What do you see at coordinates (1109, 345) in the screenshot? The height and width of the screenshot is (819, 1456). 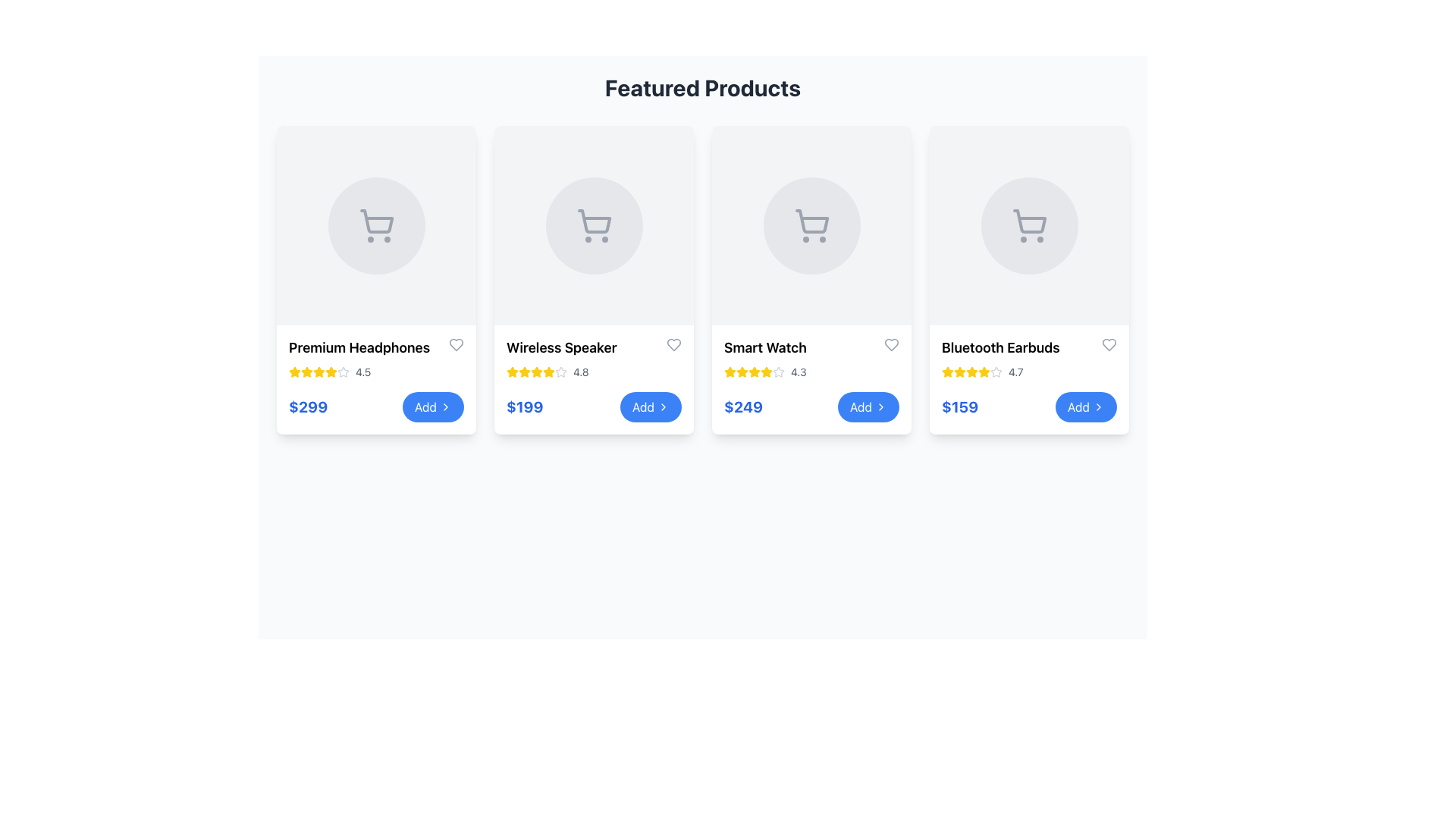 I see `the small heart icon with a stylized outline in light gray color located to the right of the title text 'Bluetooth Earbuds' to favorite the product` at bounding box center [1109, 345].